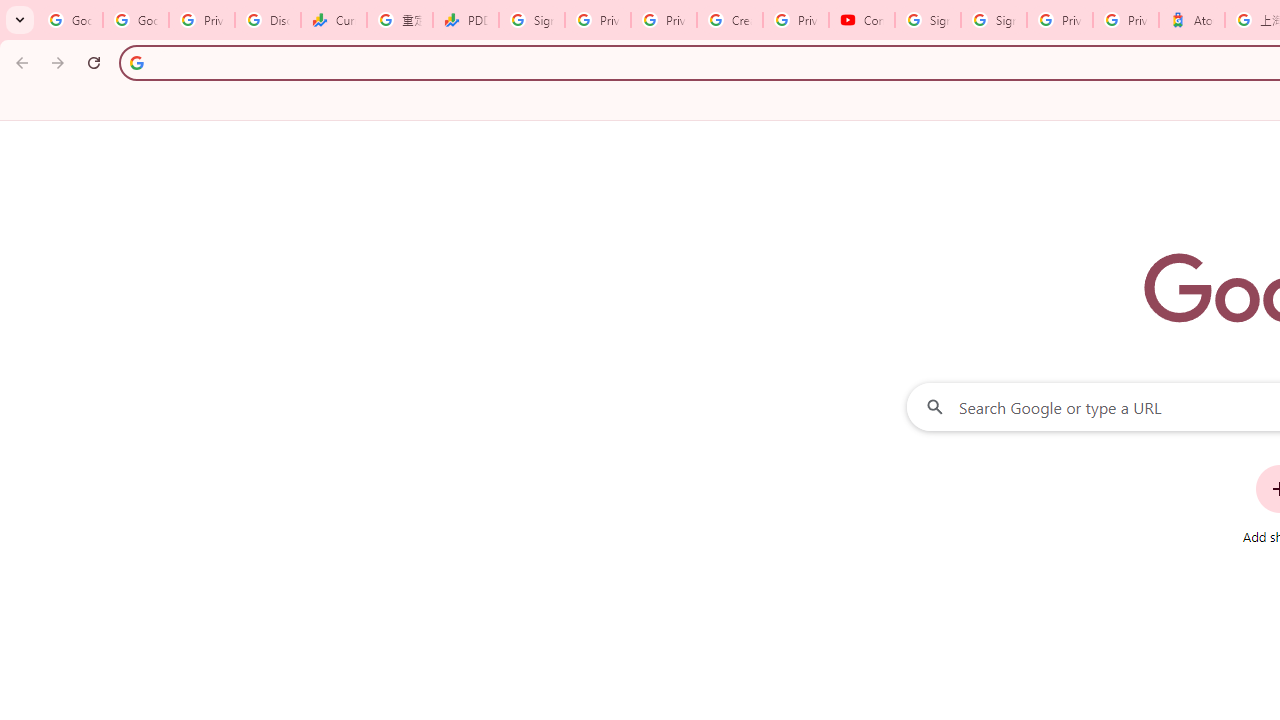 The image size is (1280, 720). I want to click on 'Content Creator Programs & Opportunities - YouTube Creators', so click(862, 20).